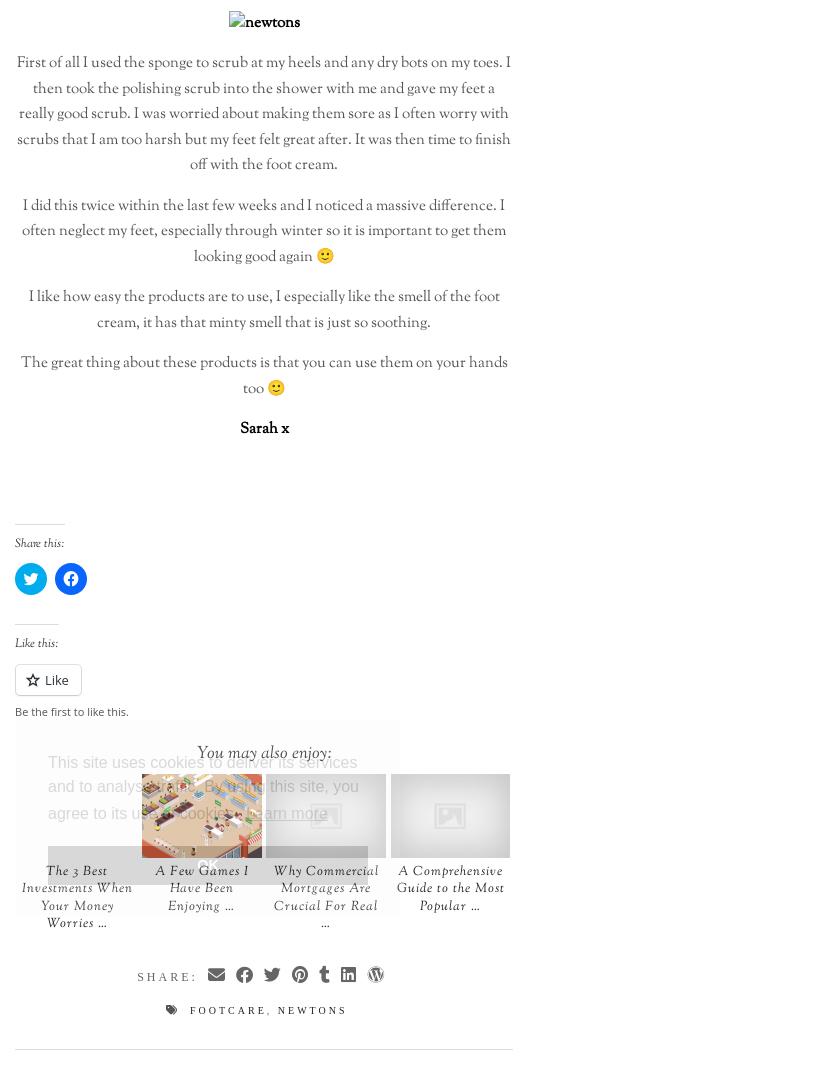  I want to click on 'Learn more', so click(284, 812).